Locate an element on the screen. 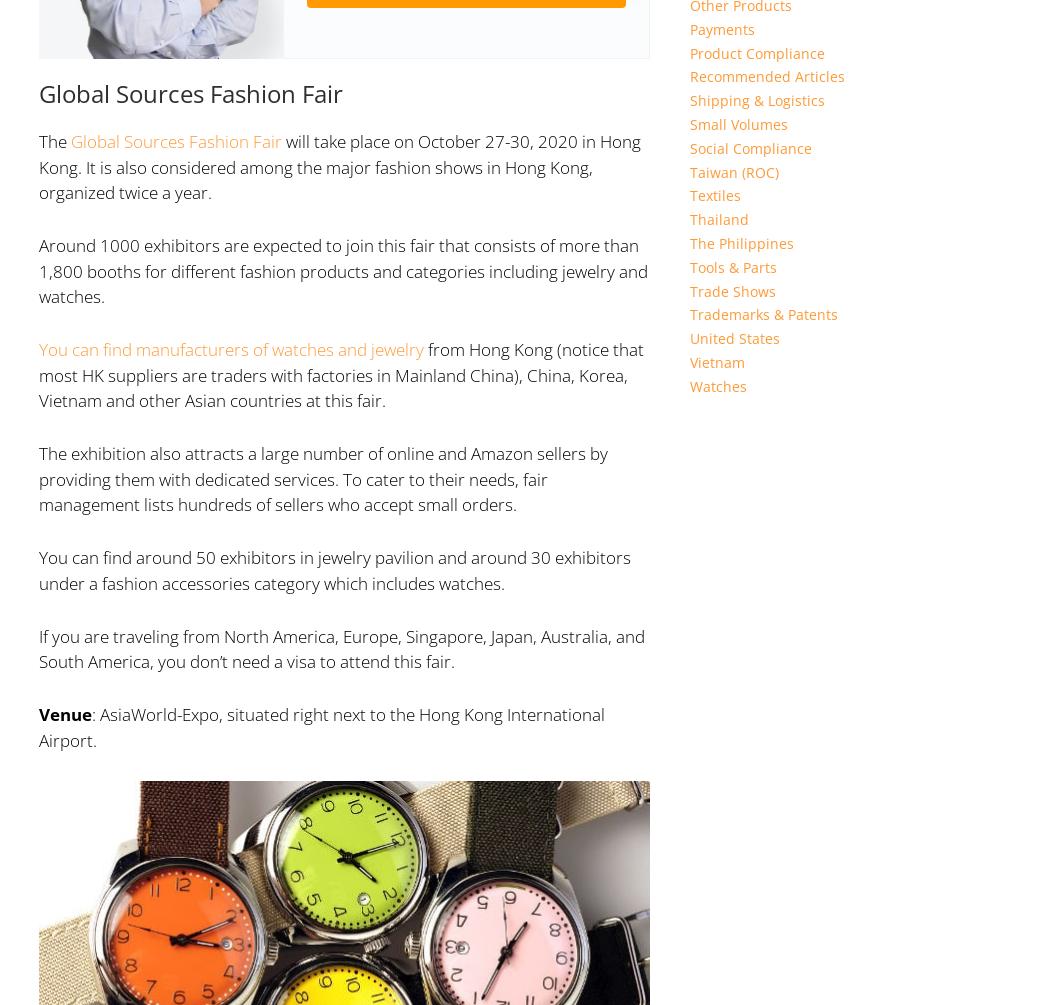  ': AsiaWorld-Expo, situated right next to the Hong Kong International Airport.' is located at coordinates (321, 727).